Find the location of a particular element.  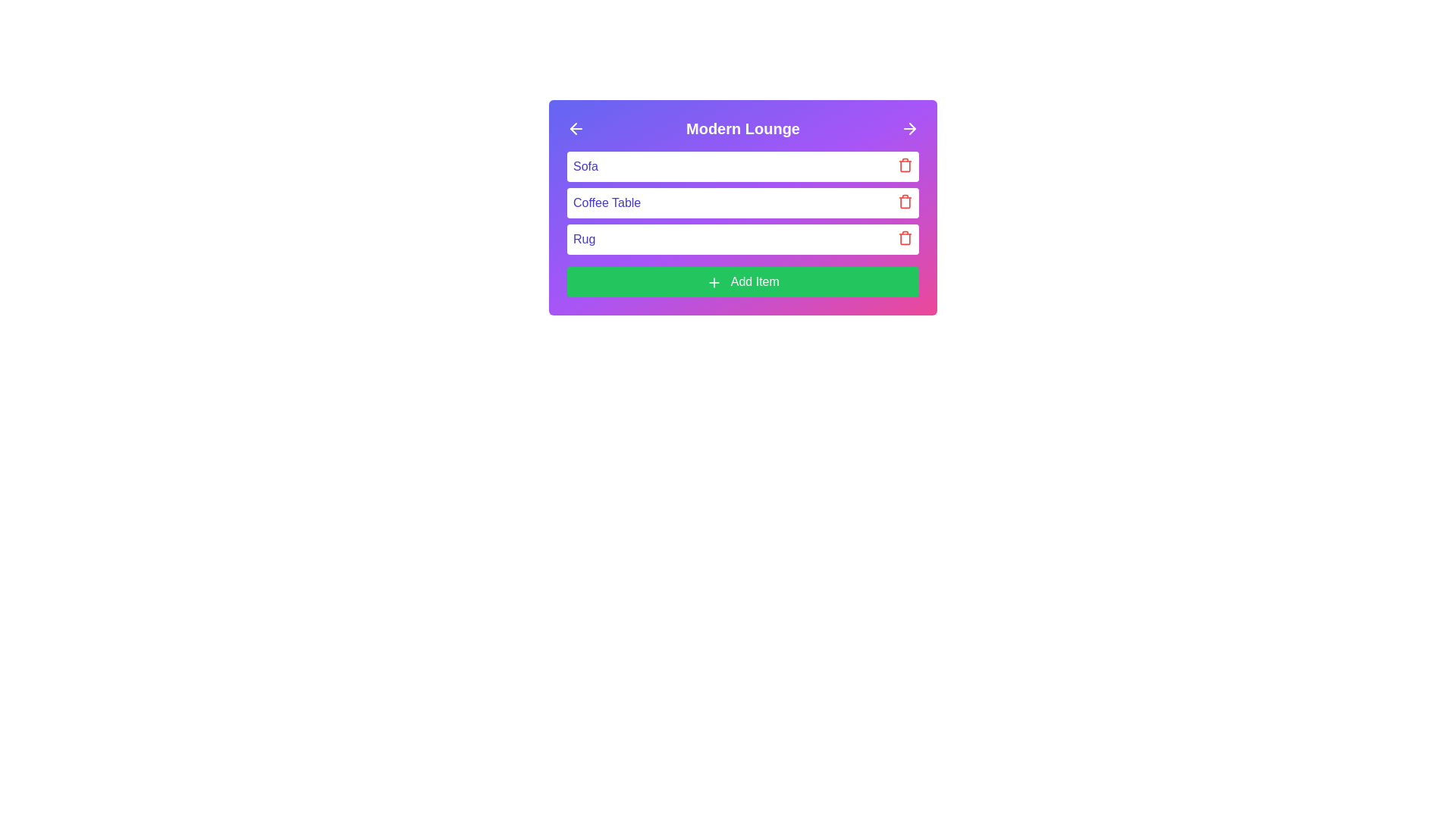

the green 'Add Item' button with rounded corners located at the bottom of the 'Modern Lounge' card is located at coordinates (742, 281).